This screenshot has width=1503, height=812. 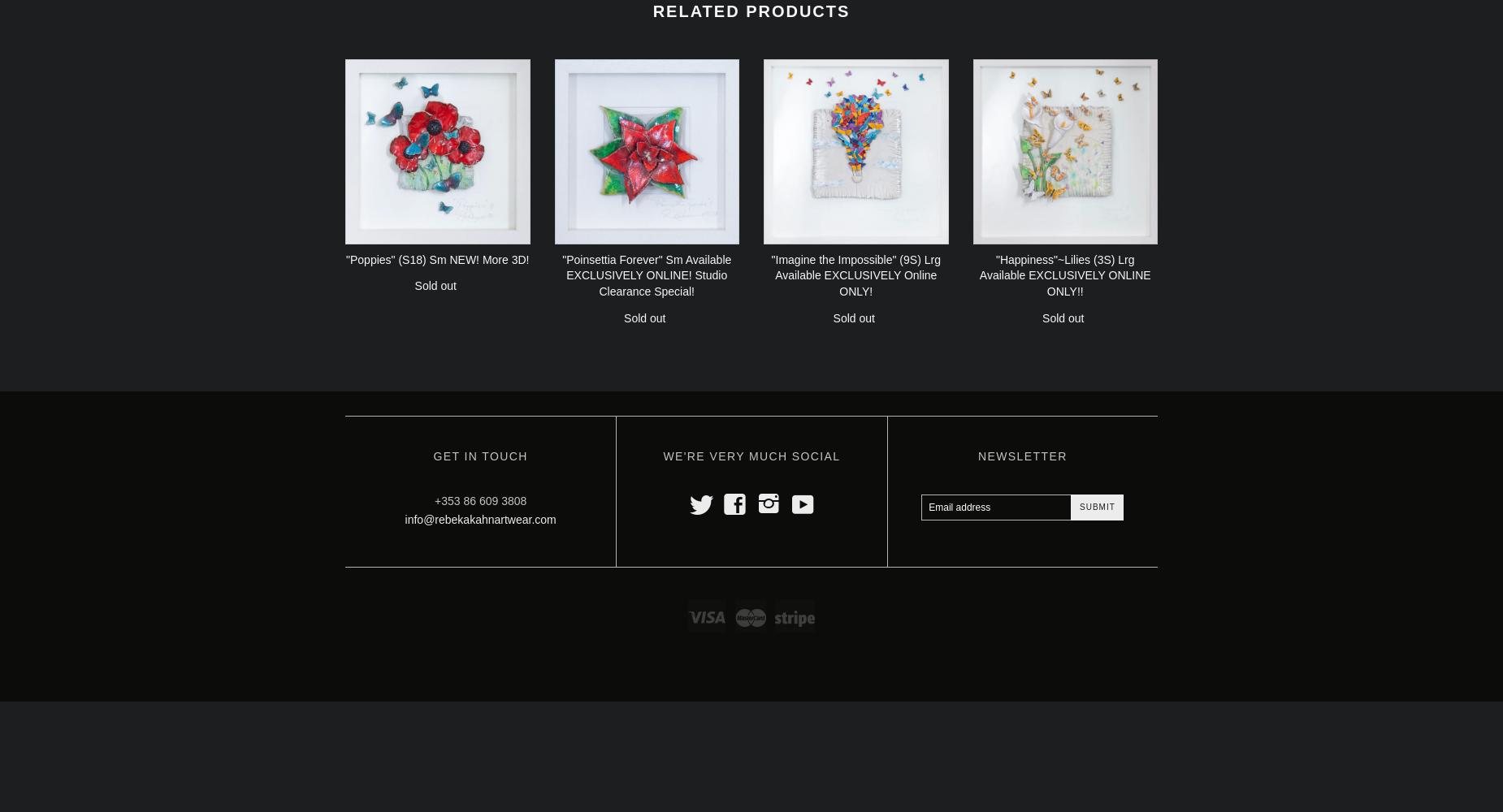 What do you see at coordinates (480, 499) in the screenshot?
I see `'+353 86 609 3808'` at bounding box center [480, 499].